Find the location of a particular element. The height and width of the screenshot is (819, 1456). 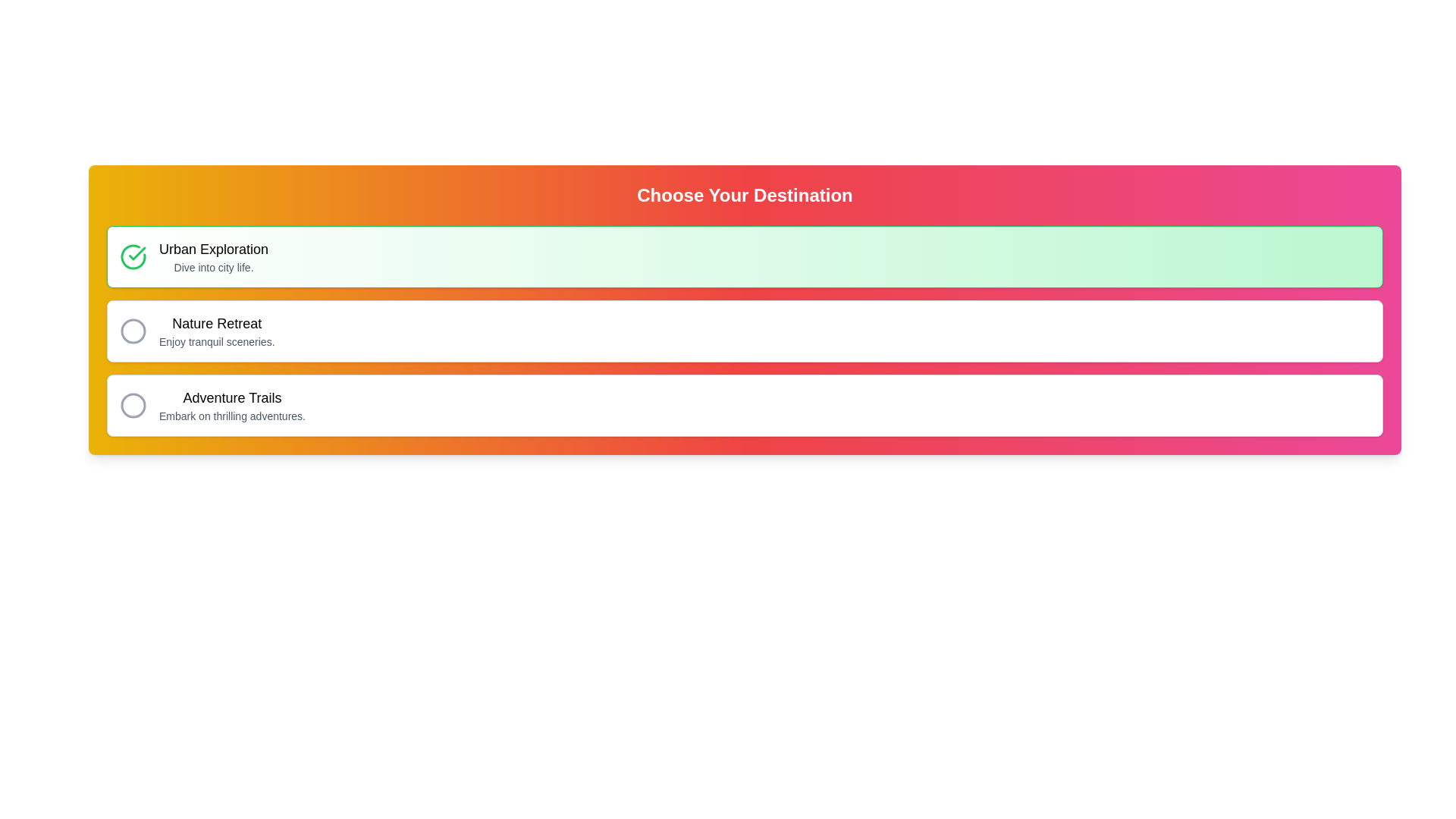

the first selectable list item labeled 'Urban Exploration' located below the header 'Choose Your Destination' is located at coordinates (745, 256).